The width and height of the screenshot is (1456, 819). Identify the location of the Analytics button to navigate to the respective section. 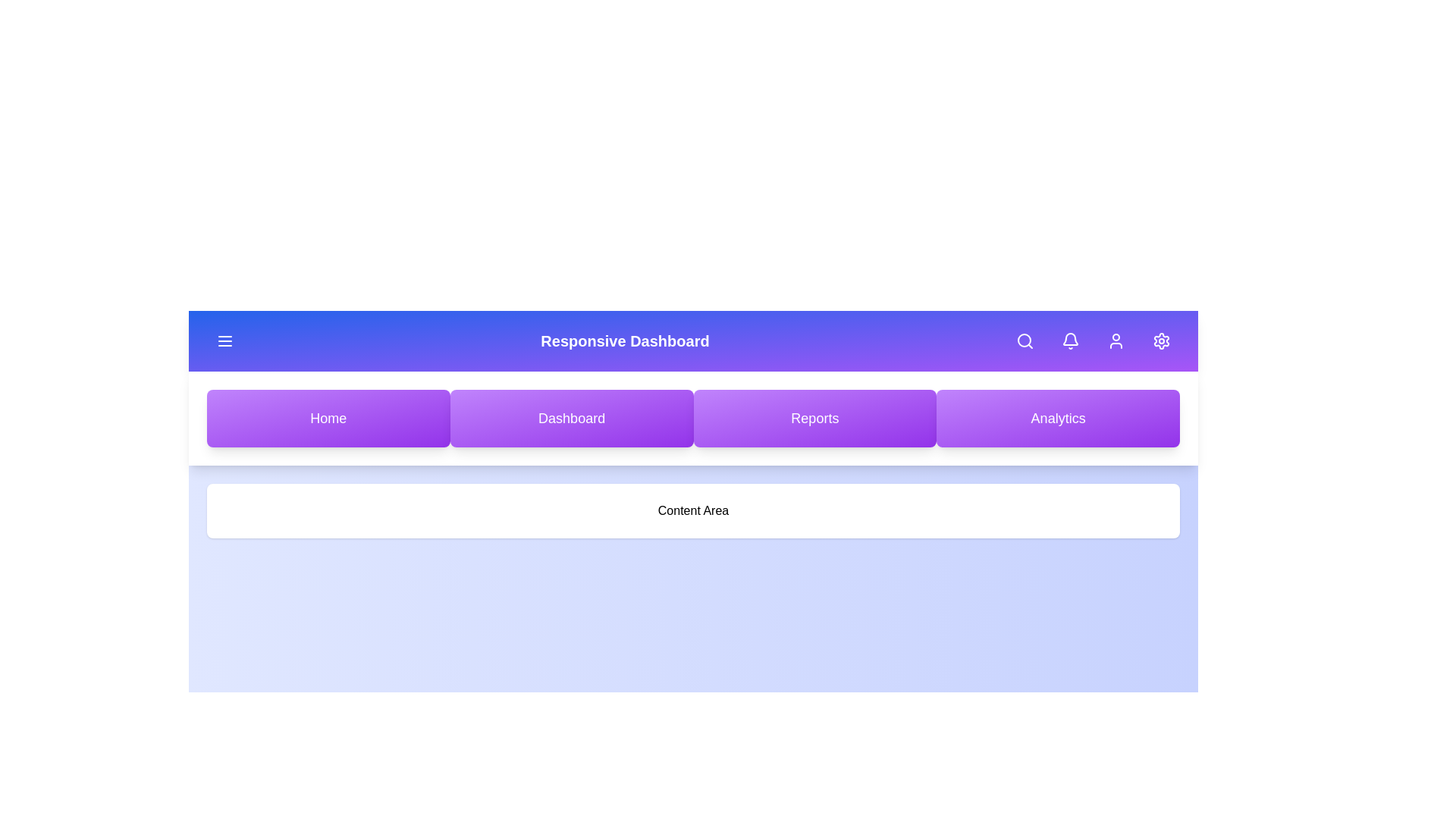
(1057, 418).